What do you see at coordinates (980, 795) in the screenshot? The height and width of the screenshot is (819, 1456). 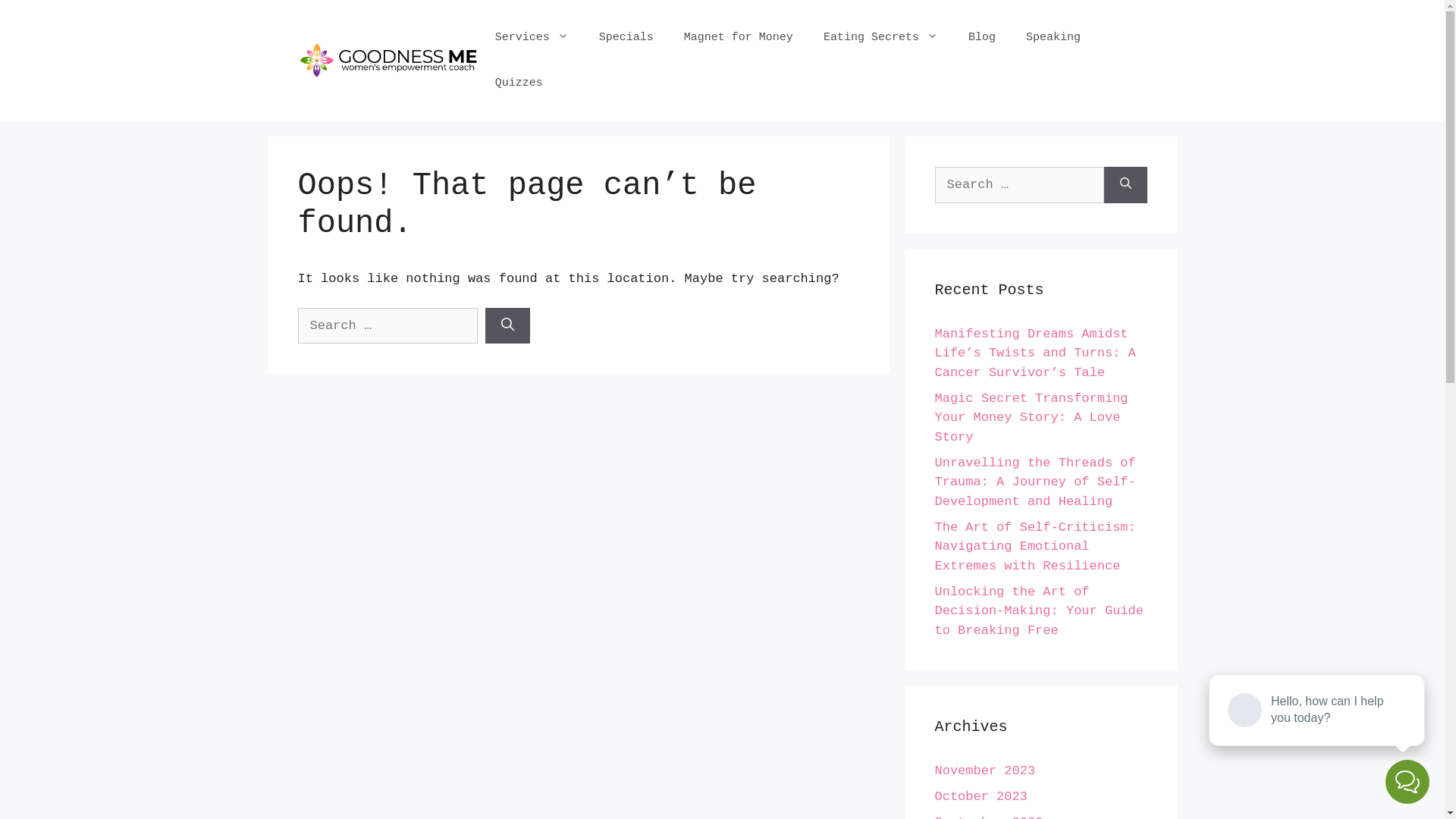 I see `'October 2023'` at bounding box center [980, 795].